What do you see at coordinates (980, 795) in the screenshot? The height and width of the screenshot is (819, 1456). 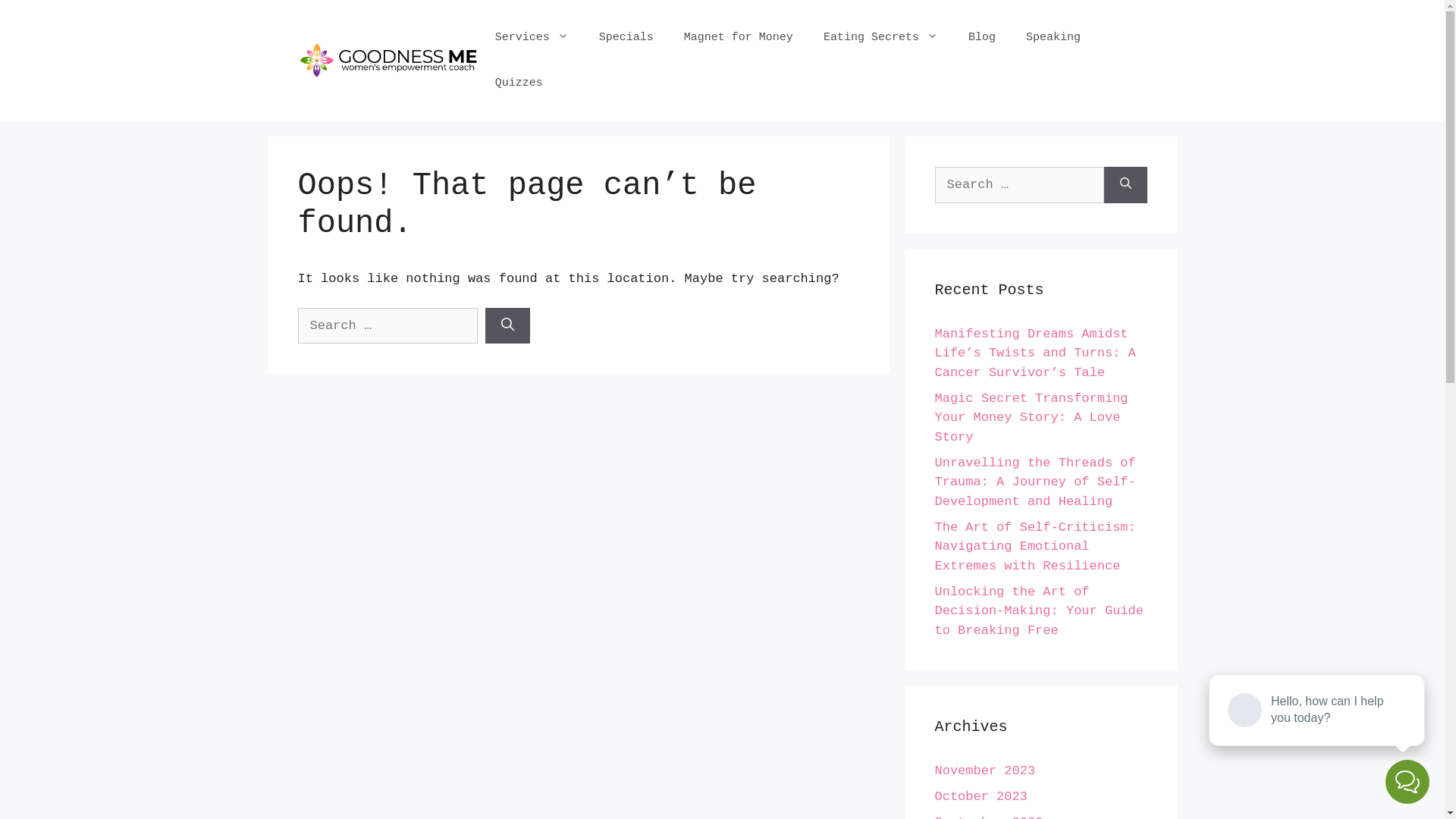 I see `'October 2023'` at bounding box center [980, 795].